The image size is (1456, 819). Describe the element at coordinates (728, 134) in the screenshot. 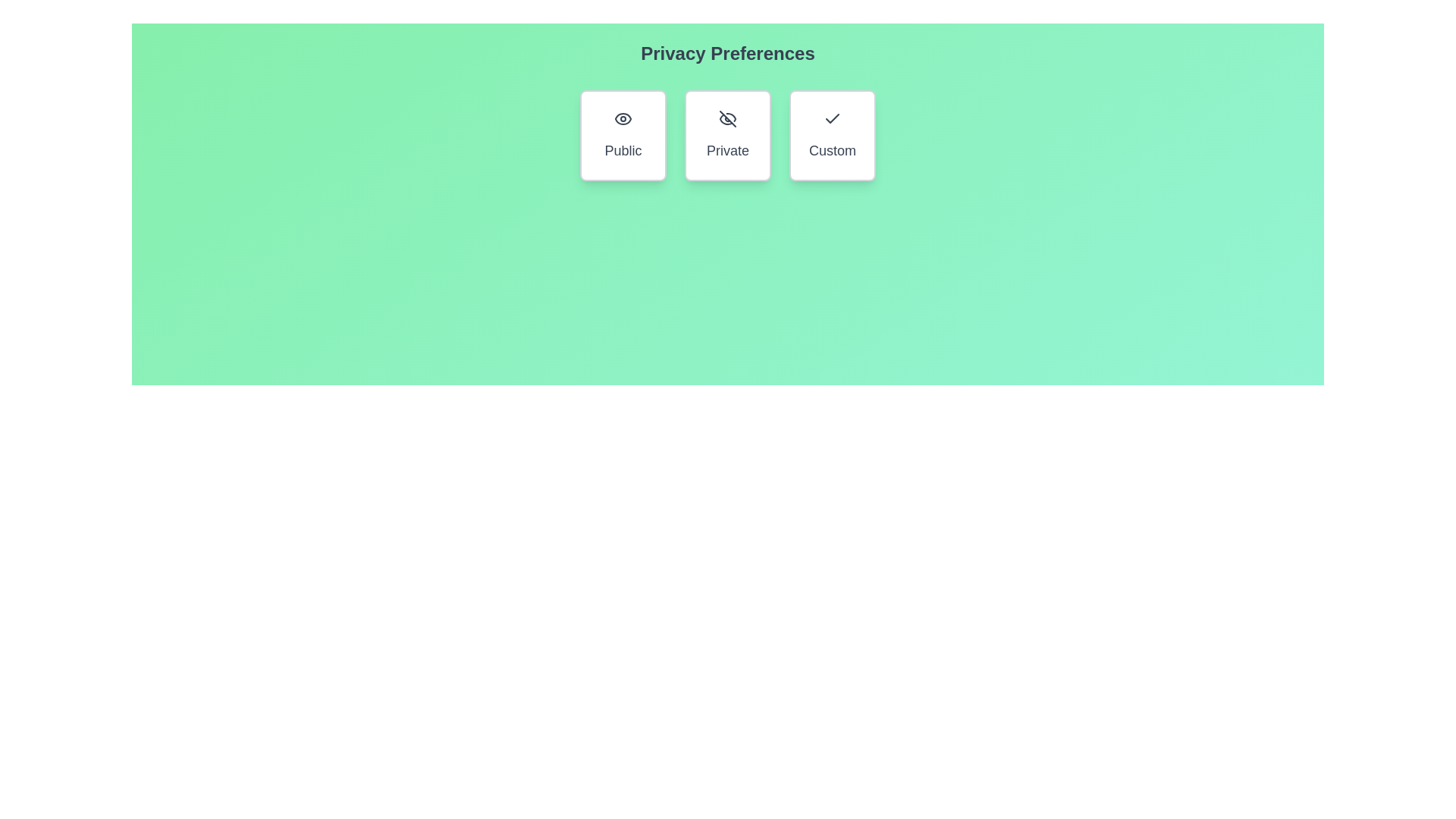

I see `the 'Private' button to toggle the 'Private' privacy option` at that location.